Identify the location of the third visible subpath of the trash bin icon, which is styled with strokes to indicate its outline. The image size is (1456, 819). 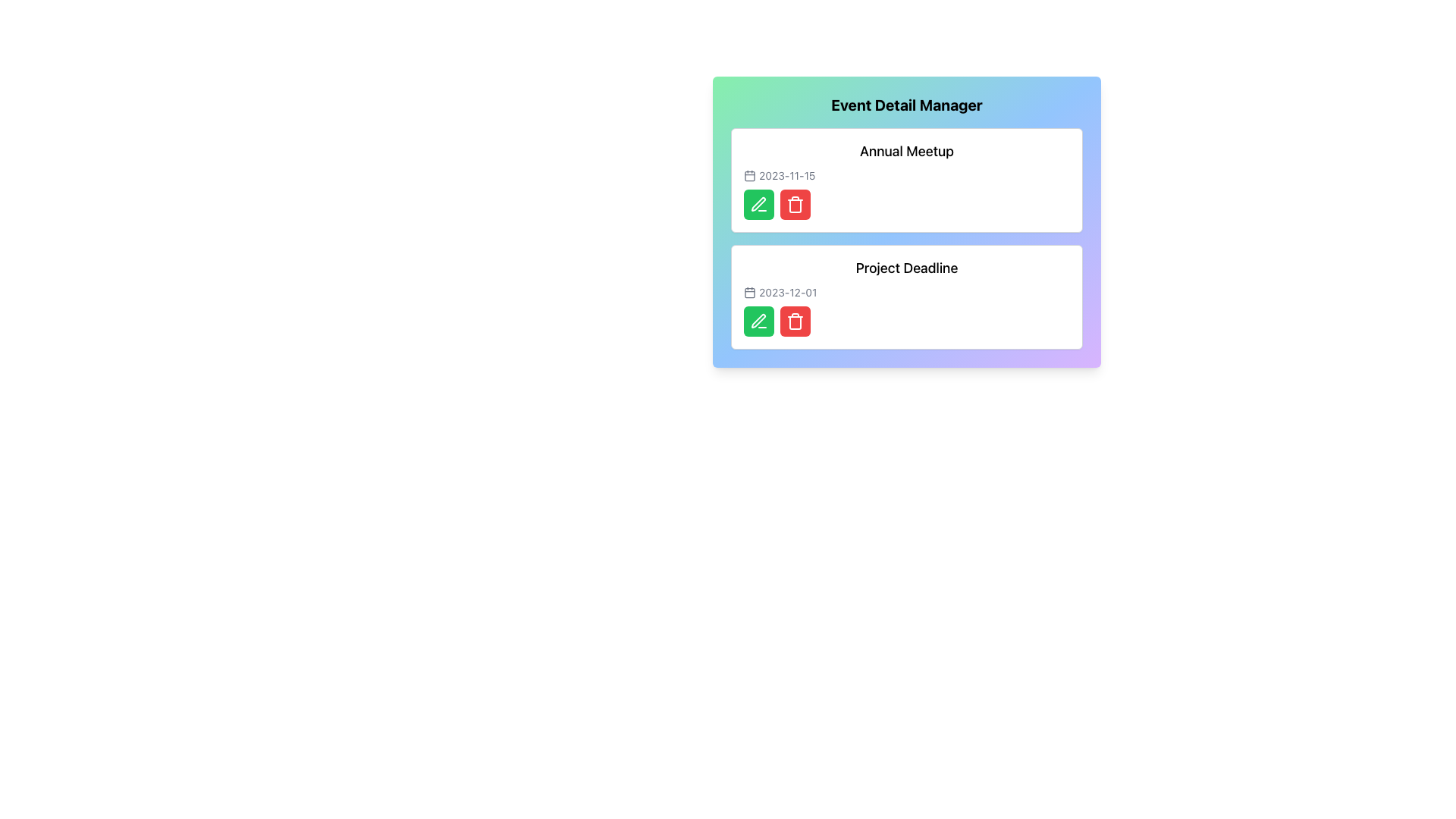
(795, 206).